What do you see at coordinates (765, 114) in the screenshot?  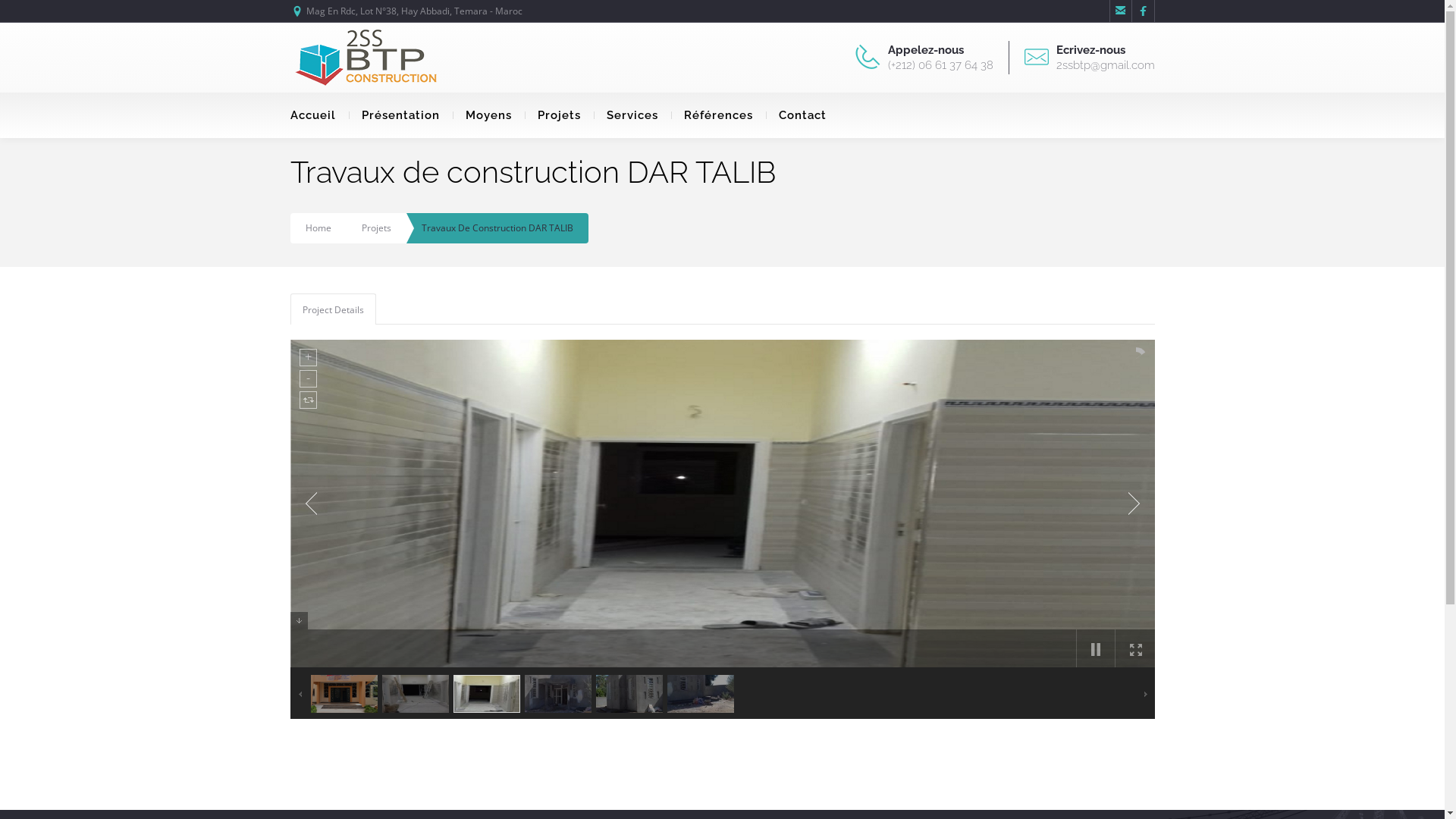 I see `'Contact'` at bounding box center [765, 114].